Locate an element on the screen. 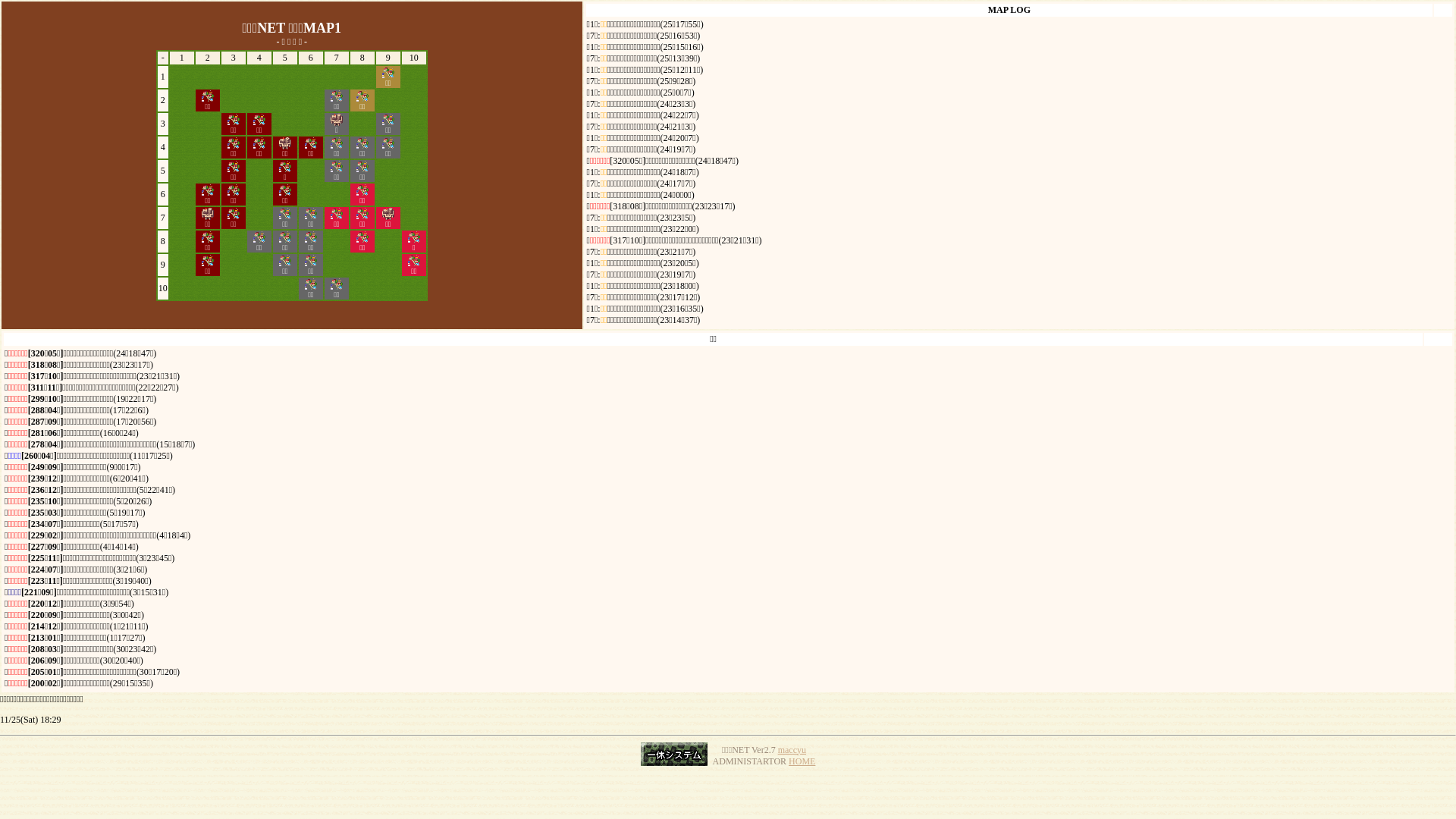  'maccyu' is located at coordinates (778, 748).